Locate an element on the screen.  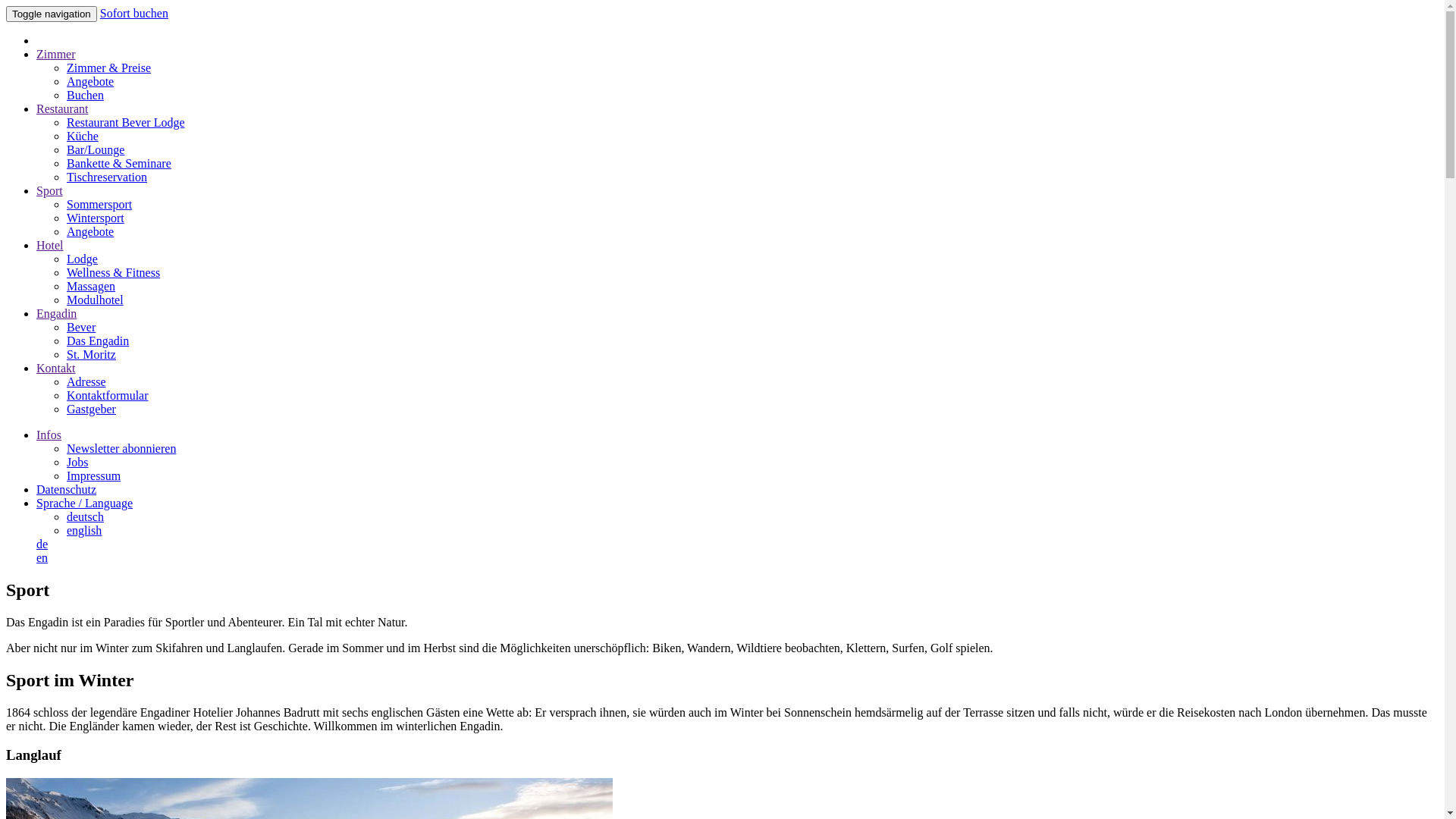
'Infos' is located at coordinates (49, 435).